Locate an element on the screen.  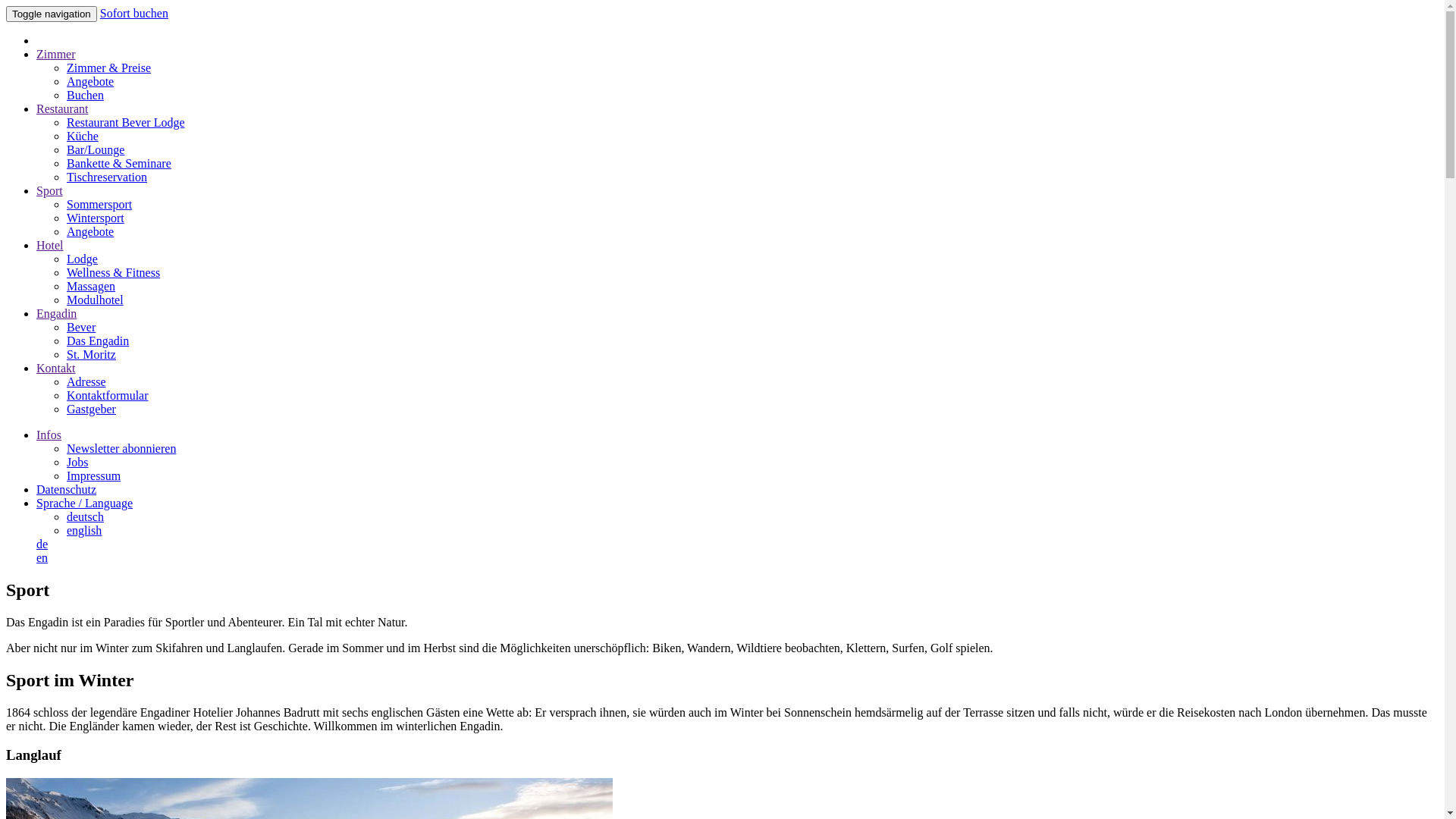
'Infos' is located at coordinates (49, 435).